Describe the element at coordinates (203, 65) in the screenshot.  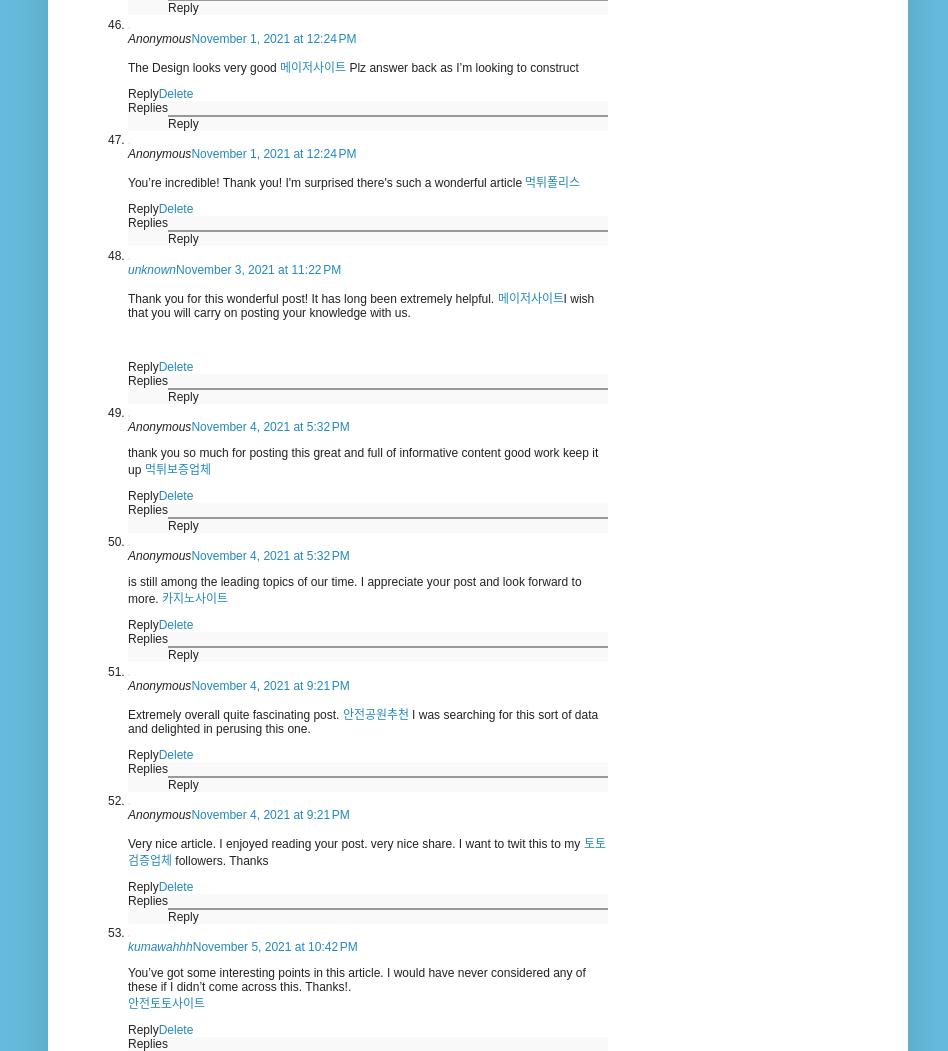
I see `'The Design looks very good'` at that location.